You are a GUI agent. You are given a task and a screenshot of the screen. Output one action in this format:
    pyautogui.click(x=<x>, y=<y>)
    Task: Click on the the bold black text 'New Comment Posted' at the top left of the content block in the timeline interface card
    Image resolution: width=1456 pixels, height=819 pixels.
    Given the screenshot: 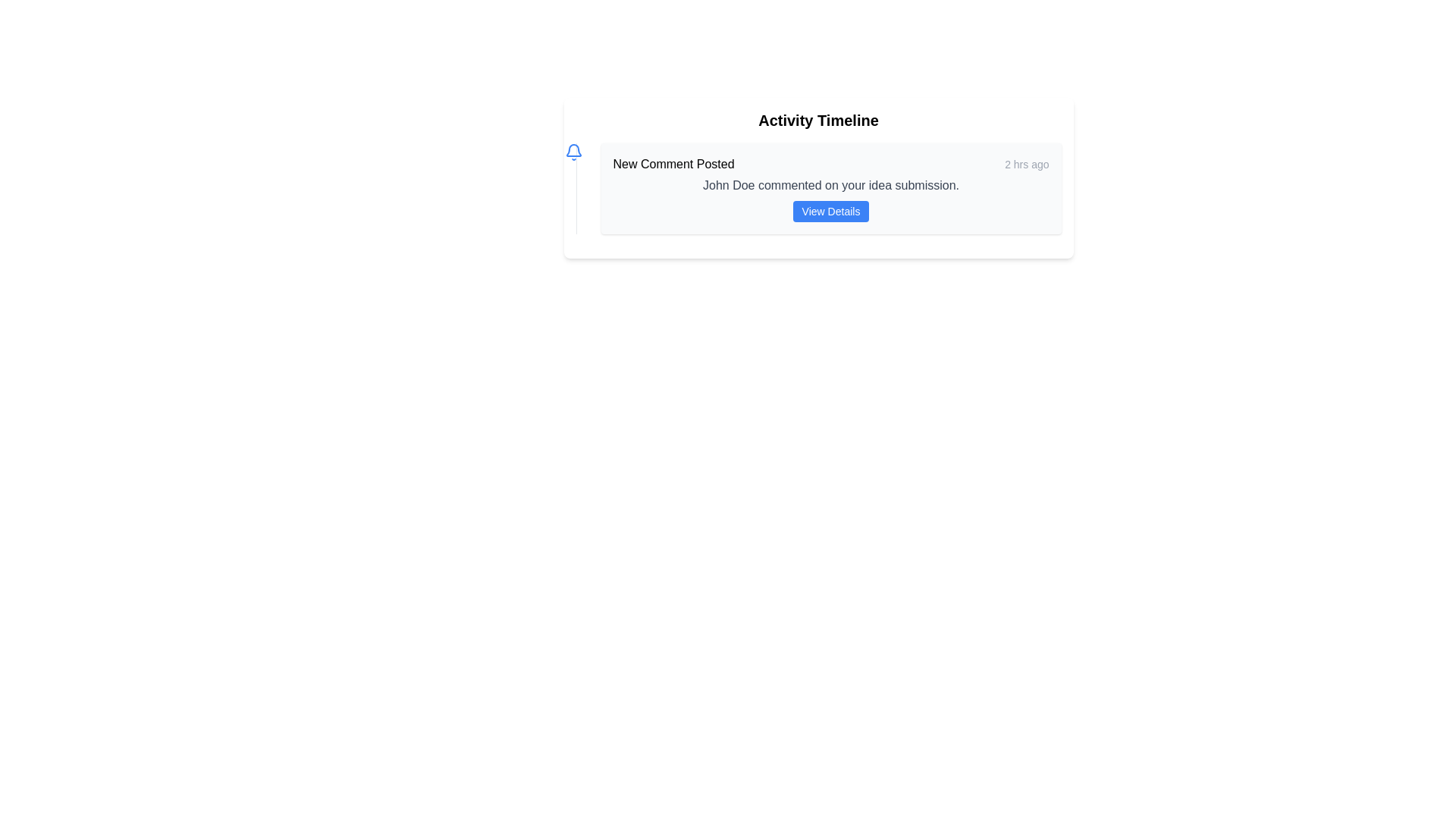 What is the action you would take?
    pyautogui.click(x=673, y=164)
    